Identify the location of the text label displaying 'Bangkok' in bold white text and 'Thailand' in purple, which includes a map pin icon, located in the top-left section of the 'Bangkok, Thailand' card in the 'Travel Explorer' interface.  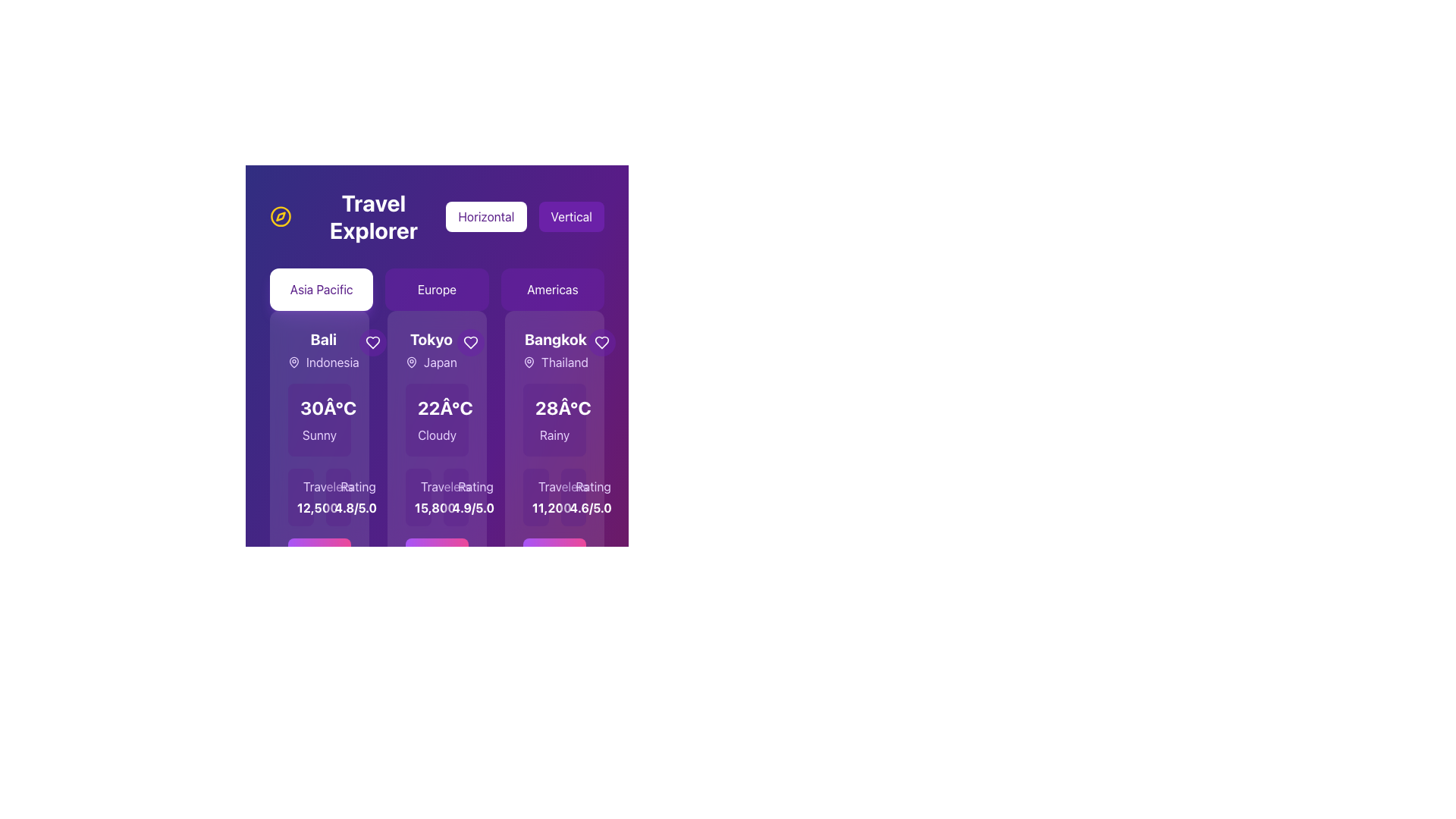
(554, 350).